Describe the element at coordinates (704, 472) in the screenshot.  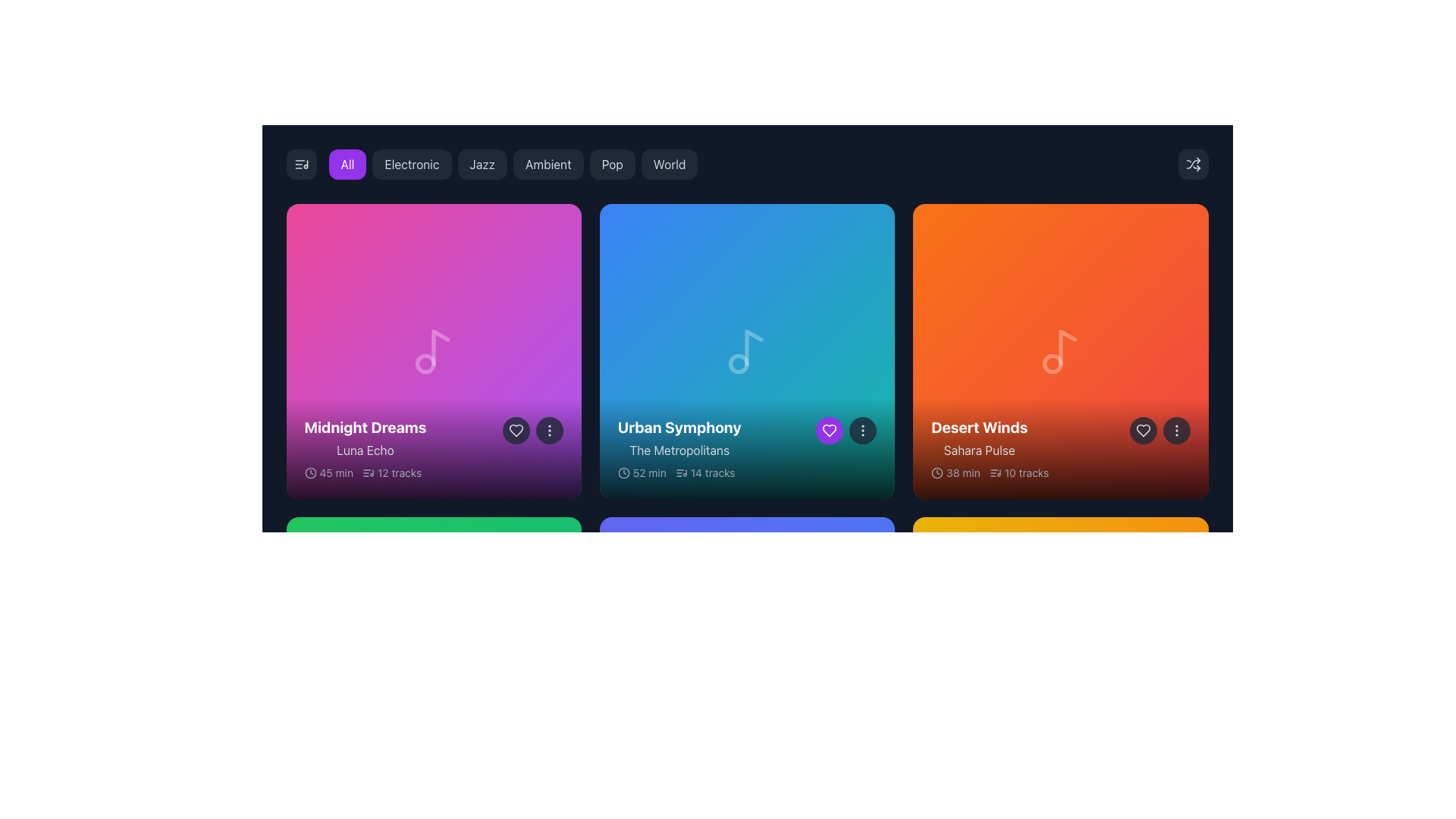
I see `text label indicating the total number of tracks included in the 'Urban Symphony' playlist, located towards the bottom-center of the card displaying the playlist, directly below the title and subtitle, and to the right of the duration icon` at that location.